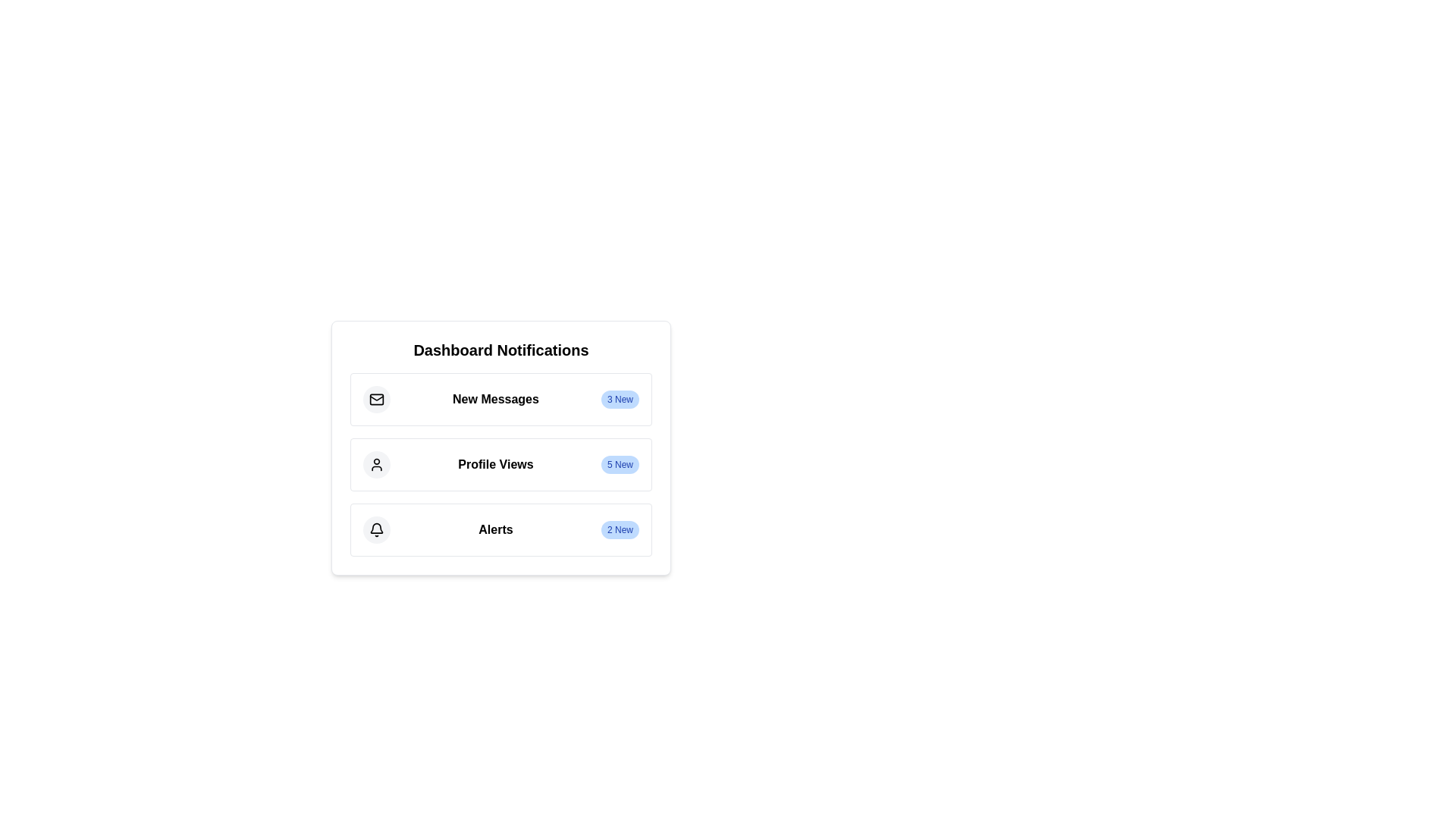 The height and width of the screenshot is (819, 1456). I want to click on the status indicator label that displays the number of new items related to 'Profile Views', located on the right side of the 'Profile Views' text in the 'Dashboard Notifications' section, so click(620, 464).